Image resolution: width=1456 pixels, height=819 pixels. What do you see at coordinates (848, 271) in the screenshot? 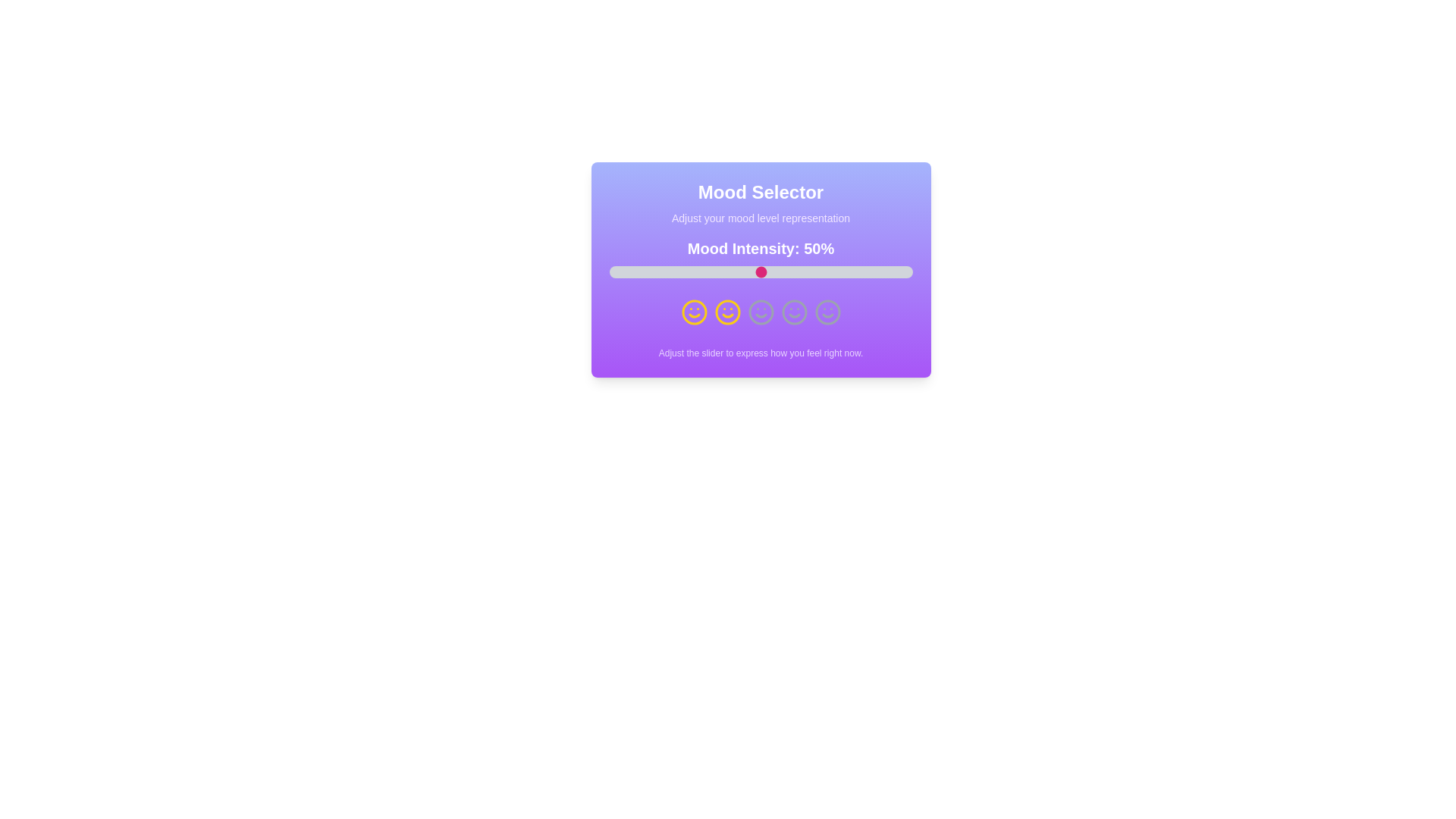
I see `the slider to set the mood intensity to 79%` at bounding box center [848, 271].